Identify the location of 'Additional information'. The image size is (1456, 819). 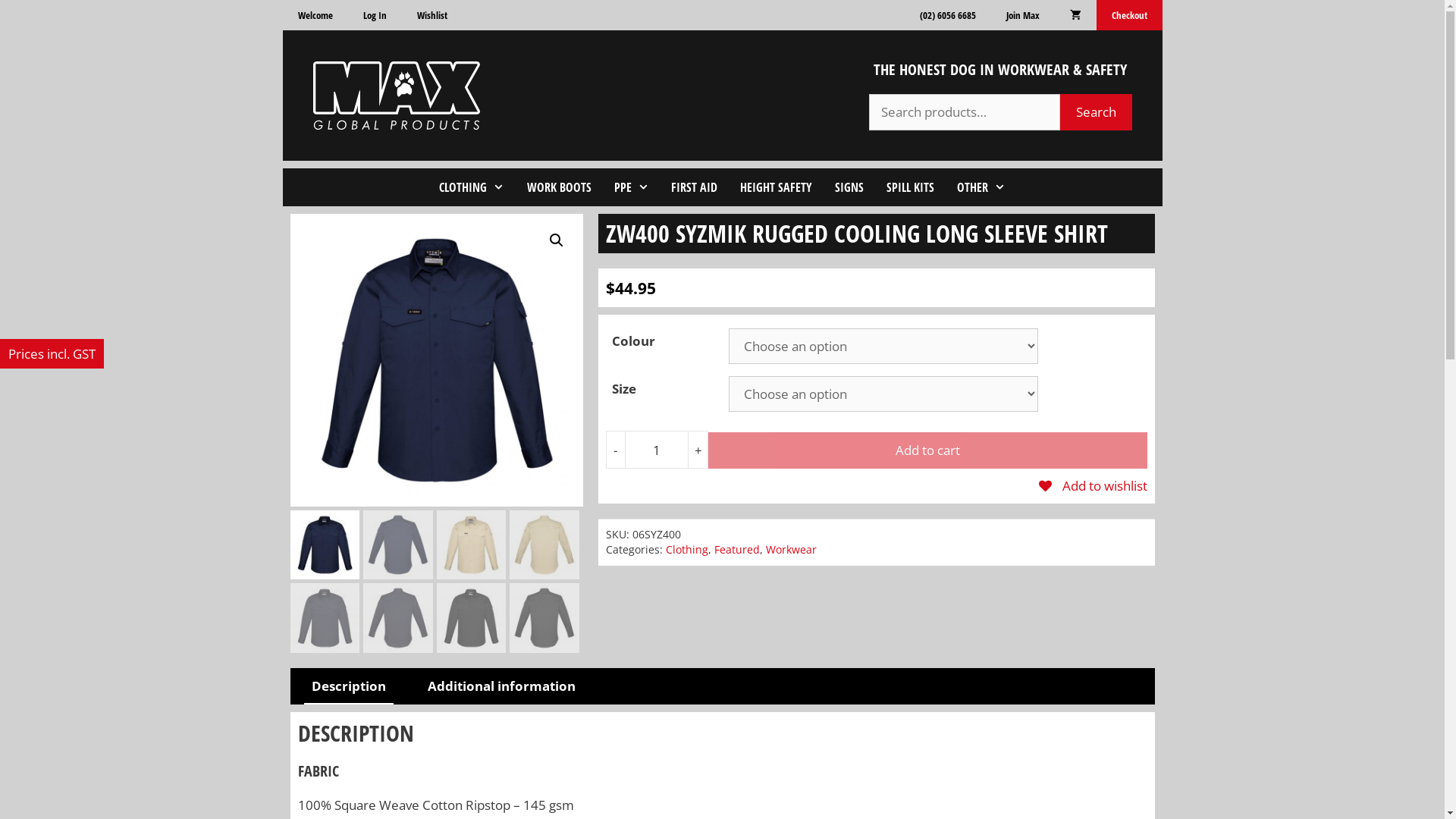
(501, 687).